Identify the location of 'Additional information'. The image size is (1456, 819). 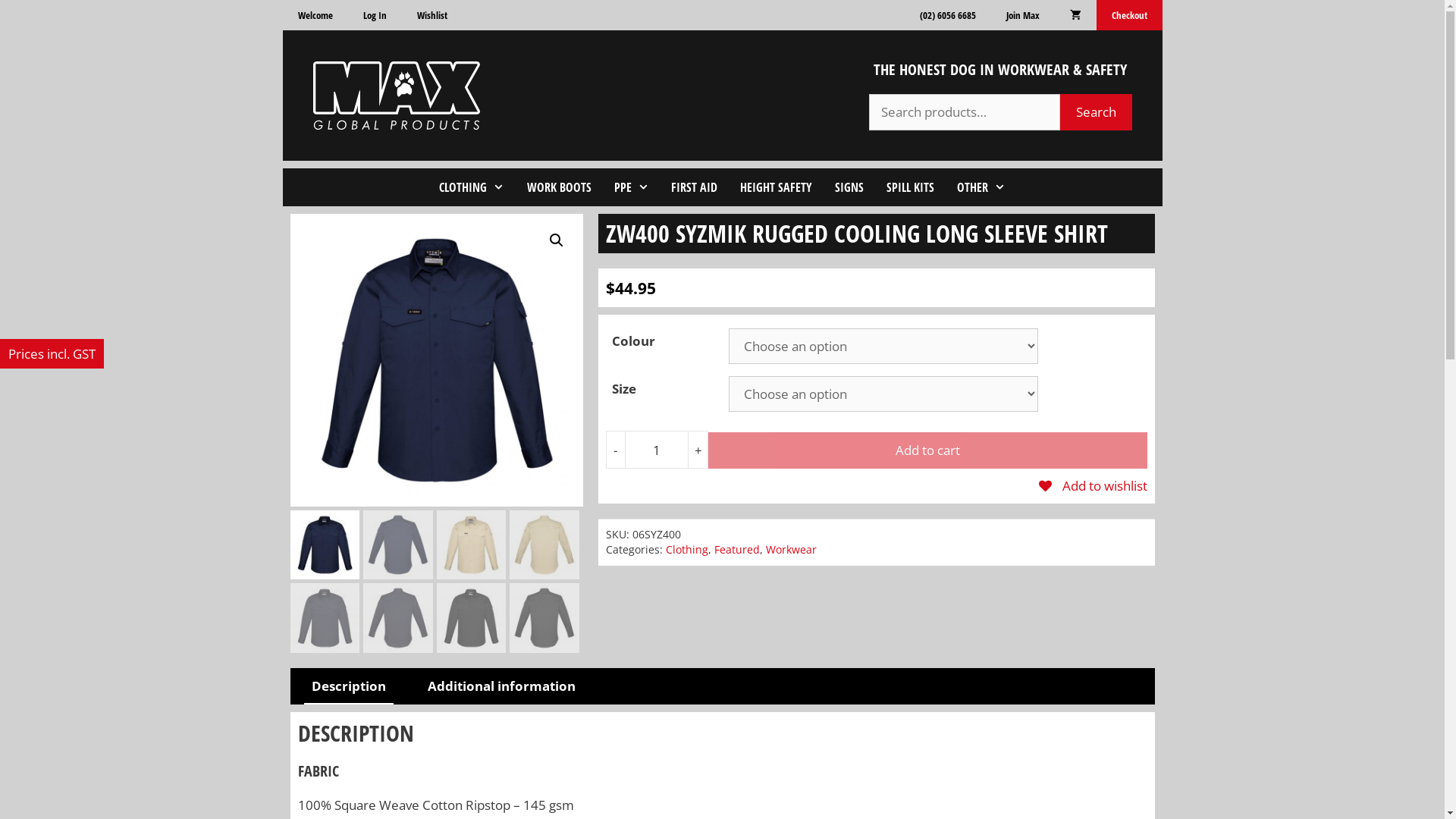
(501, 687).